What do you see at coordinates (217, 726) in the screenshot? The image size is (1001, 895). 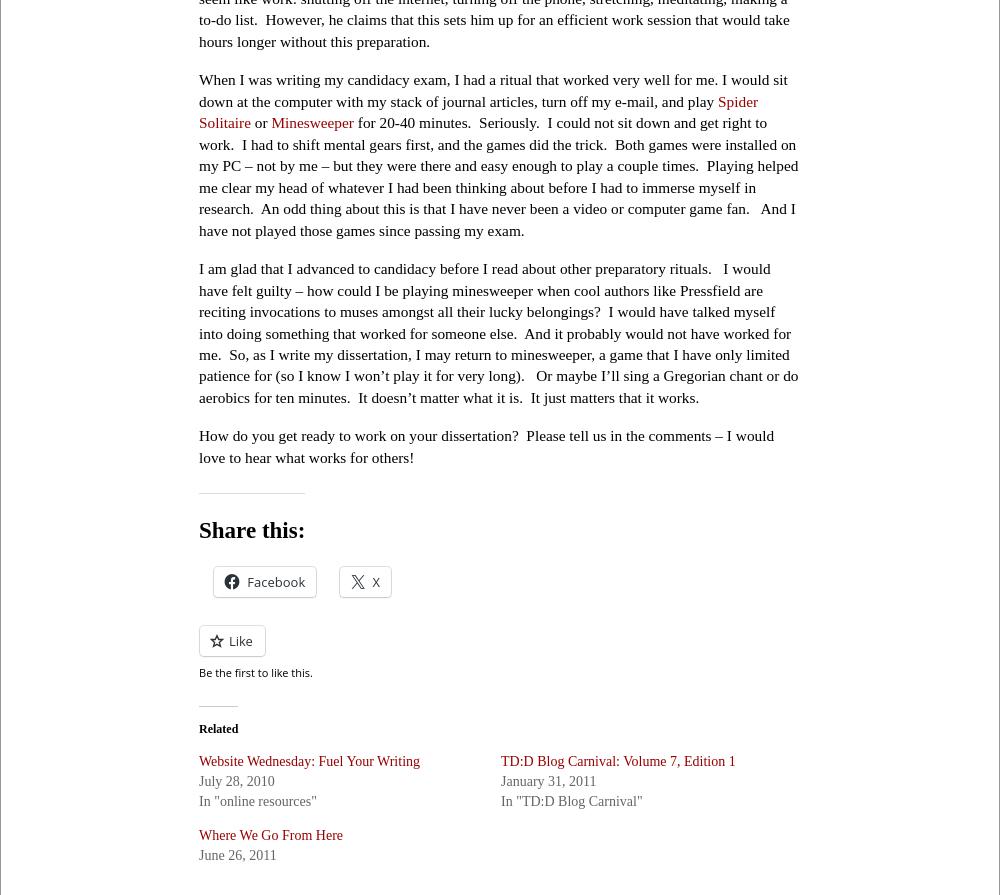 I see `'Related'` at bounding box center [217, 726].